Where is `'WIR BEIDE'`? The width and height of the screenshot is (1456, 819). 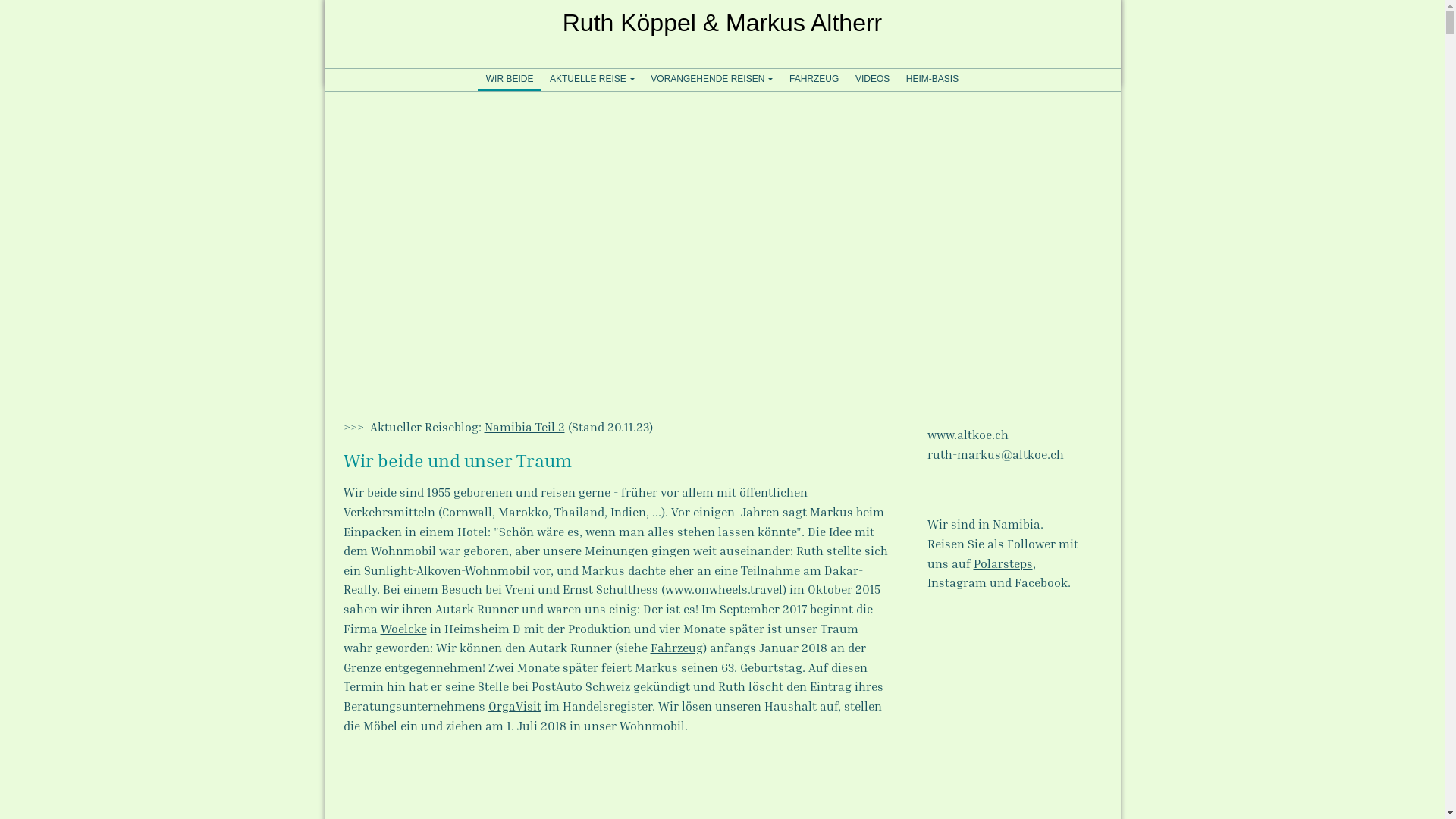 'WIR BEIDE' is located at coordinates (476, 79).